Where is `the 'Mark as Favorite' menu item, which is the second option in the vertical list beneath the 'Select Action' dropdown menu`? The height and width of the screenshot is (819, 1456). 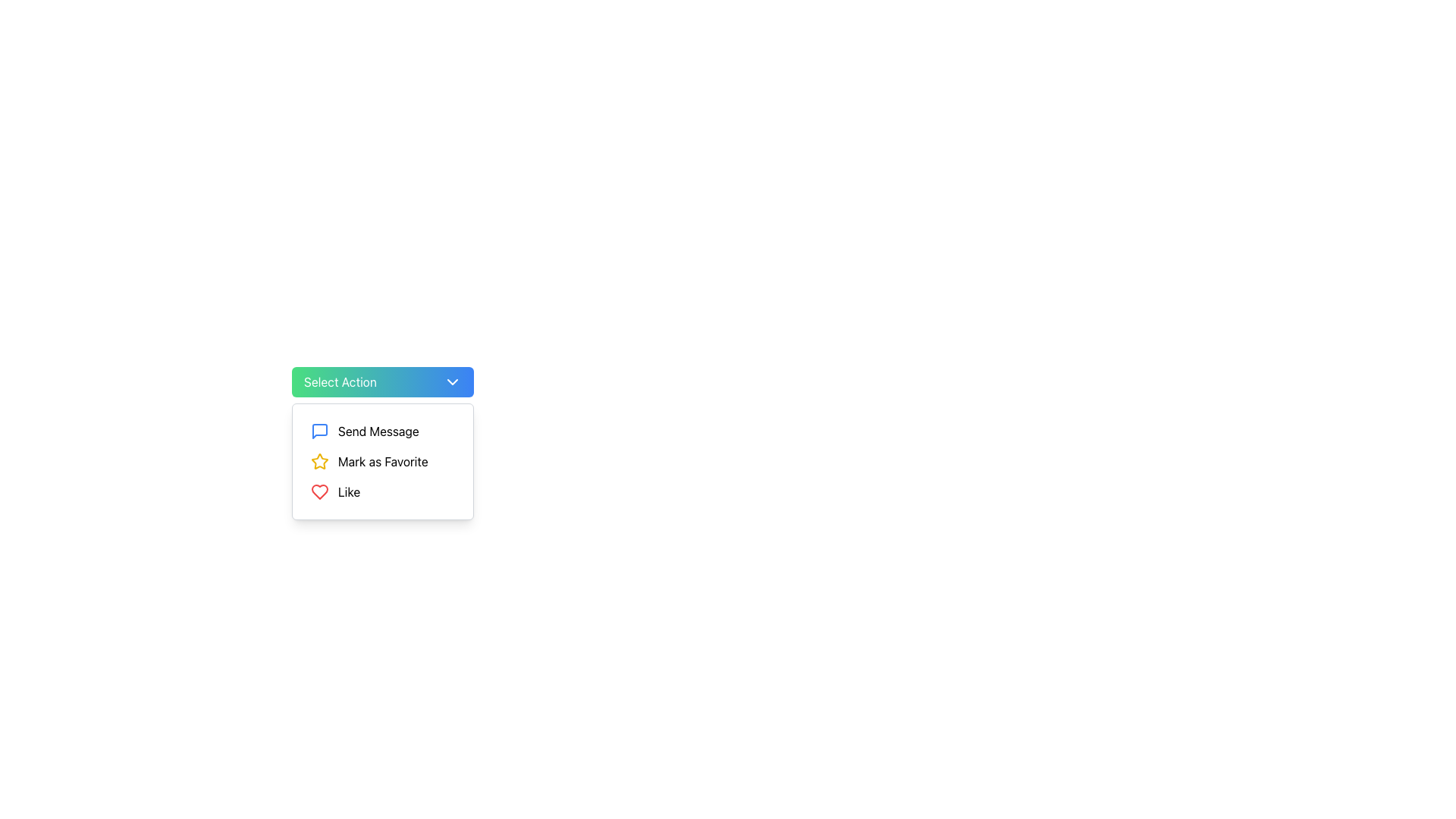 the 'Mark as Favorite' menu item, which is the second option in the vertical list beneath the 'Select Action' dropdown menu is located at coordinates (382, 461).